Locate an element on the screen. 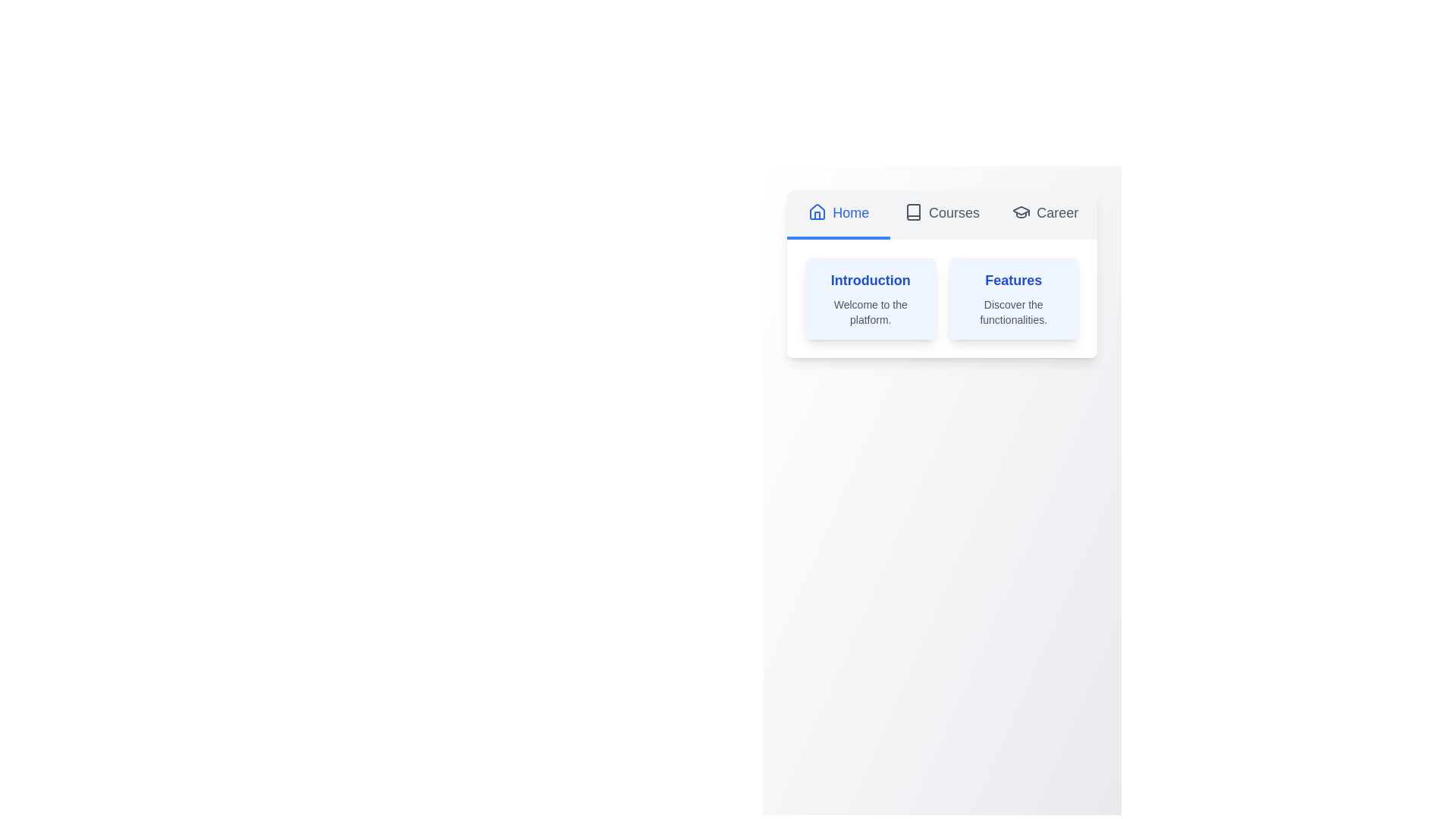 This screenshot has height=819, width=1456. the 'Career' button-like text navigation link with a graduation cap icon is located at coordinates (1044, 215).